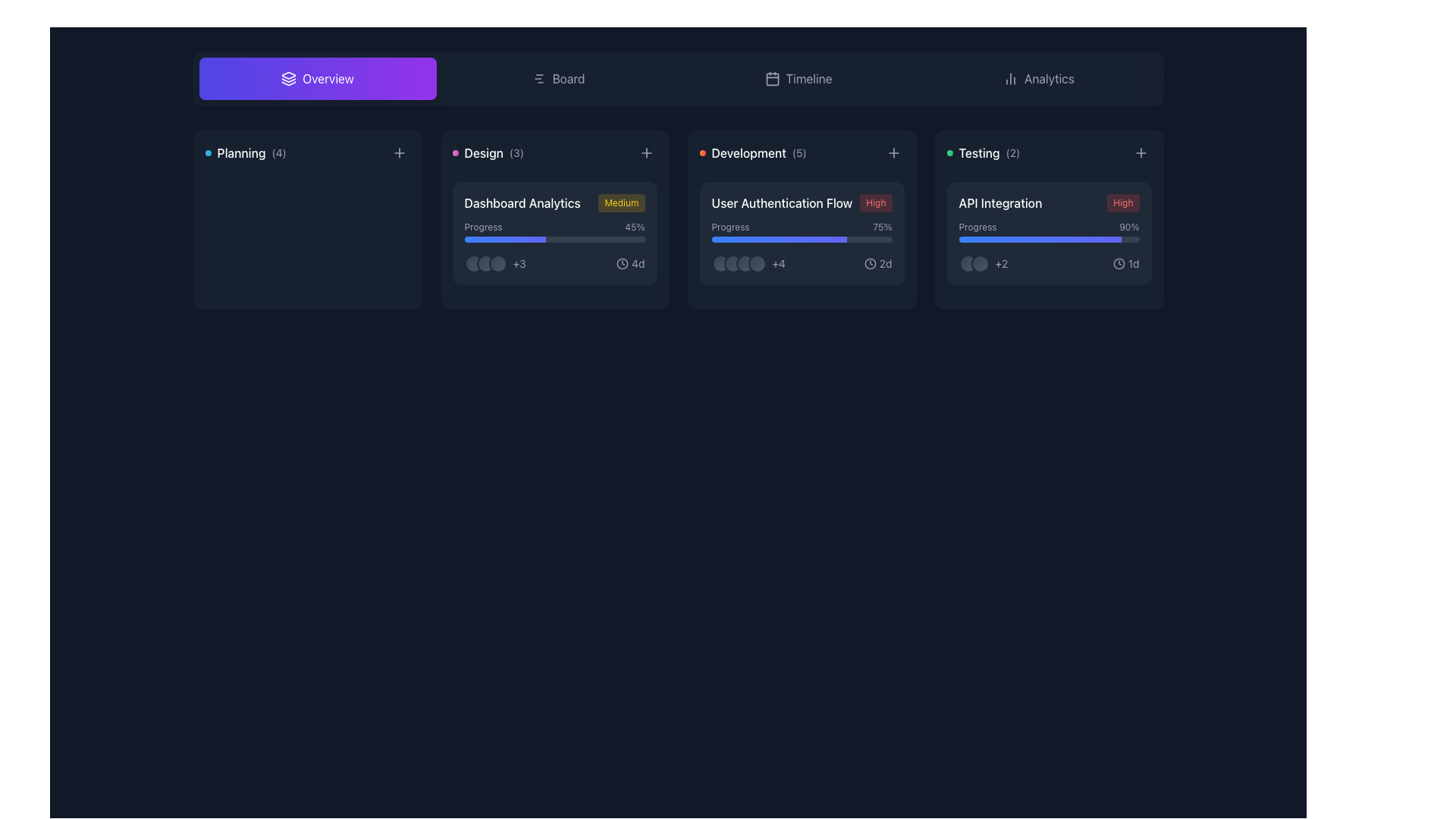  Describe the element at coordinates (757, 262) in the screenshot. I see `the decorative circular component located at the bottom-left area of the 'Development' card, which is the fourth circle in a series of four, near the label '+4' and below the progress bar` at that location.